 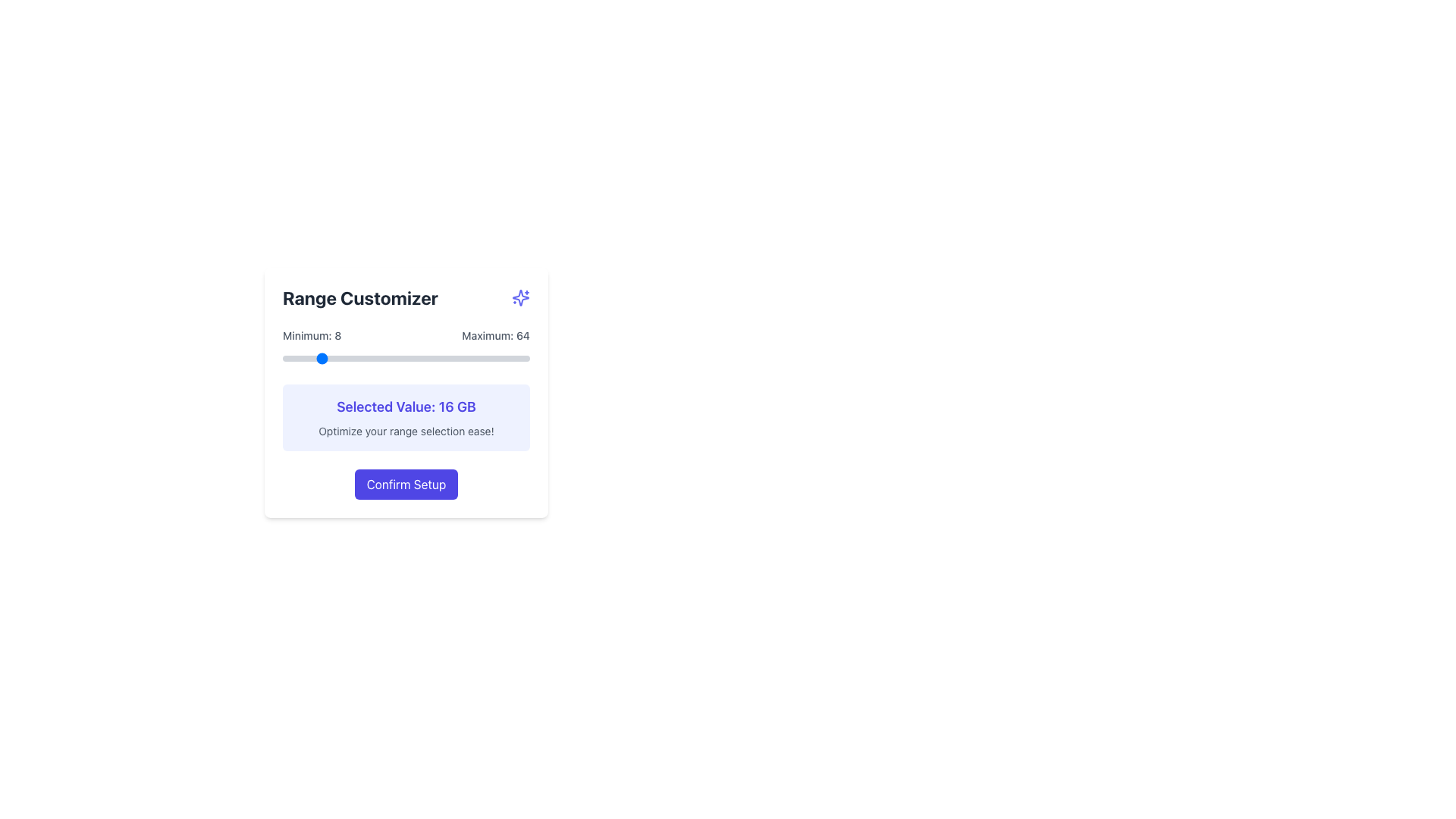 What do you see at coordinates (415, 359) in the screenshot?
I see `the slider value` at bounding box center [415, 359].